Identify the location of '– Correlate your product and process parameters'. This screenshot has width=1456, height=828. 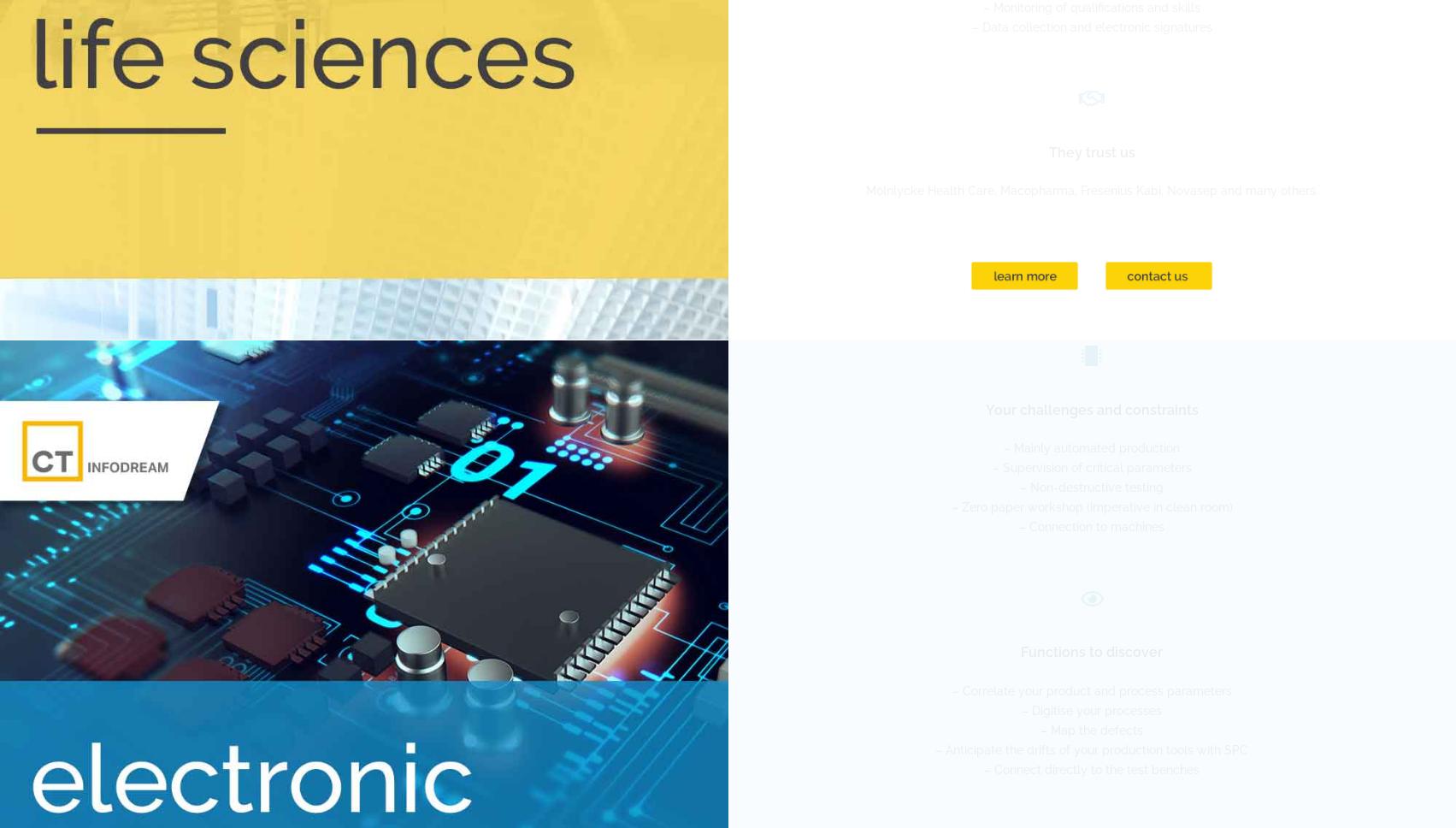
(1090, 690).